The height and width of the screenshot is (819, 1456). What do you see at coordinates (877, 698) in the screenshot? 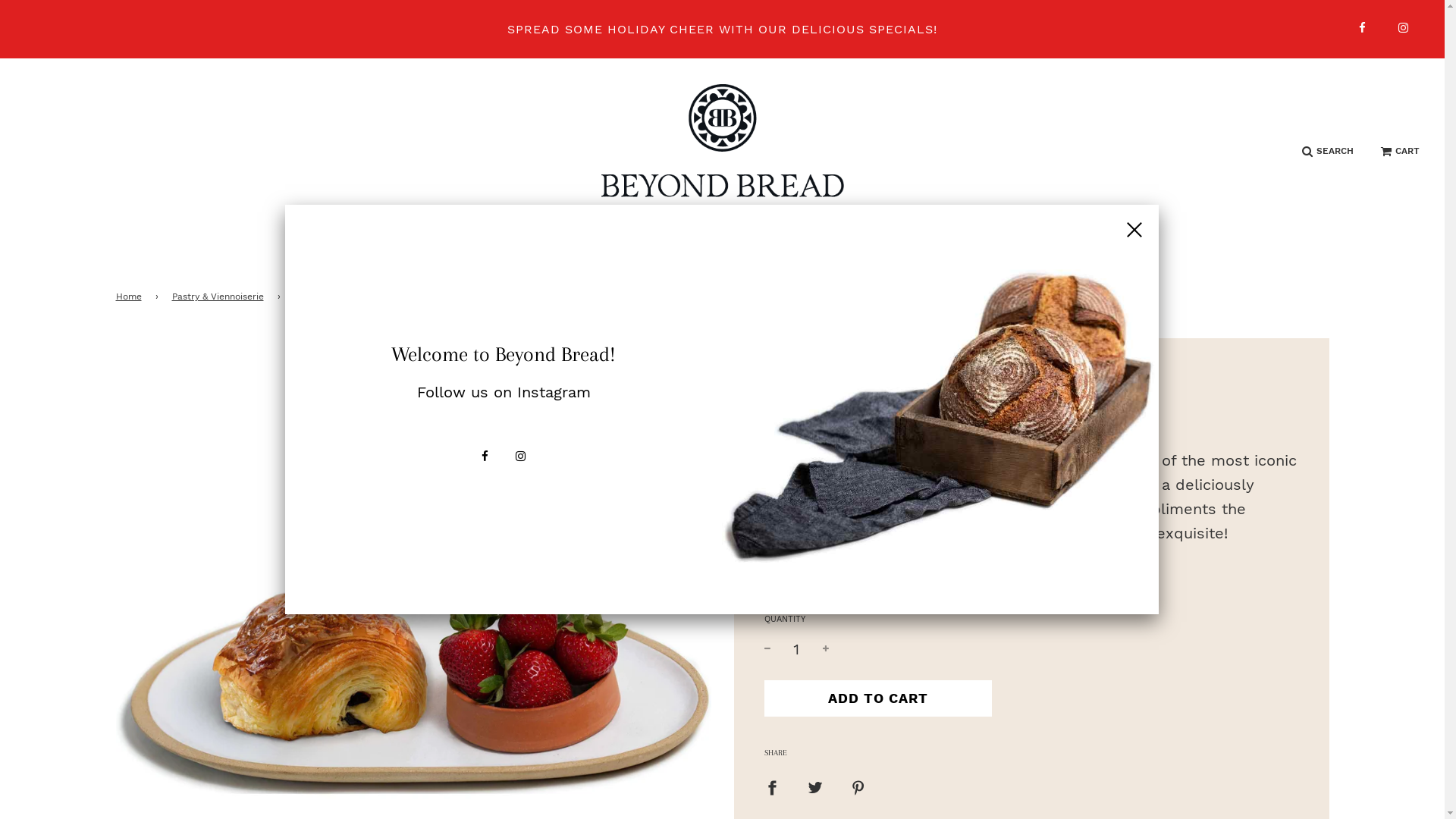
I see `'LOADING...` at bounding box center [877, 698].